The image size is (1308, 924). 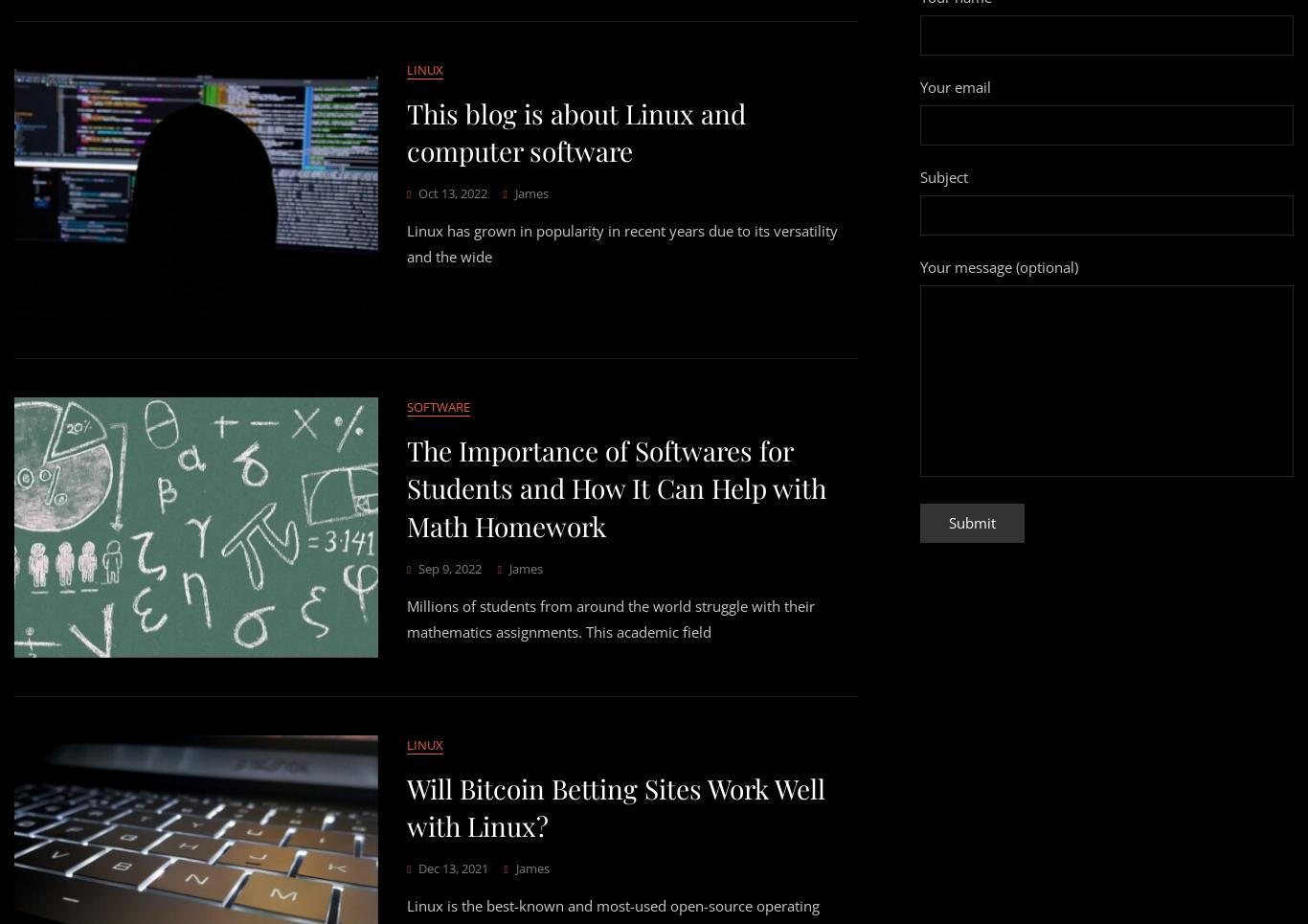 I want to click on 'The Importance of Softwares for Students and How It Can Help with Math Homework', so click(x=615, y=487).